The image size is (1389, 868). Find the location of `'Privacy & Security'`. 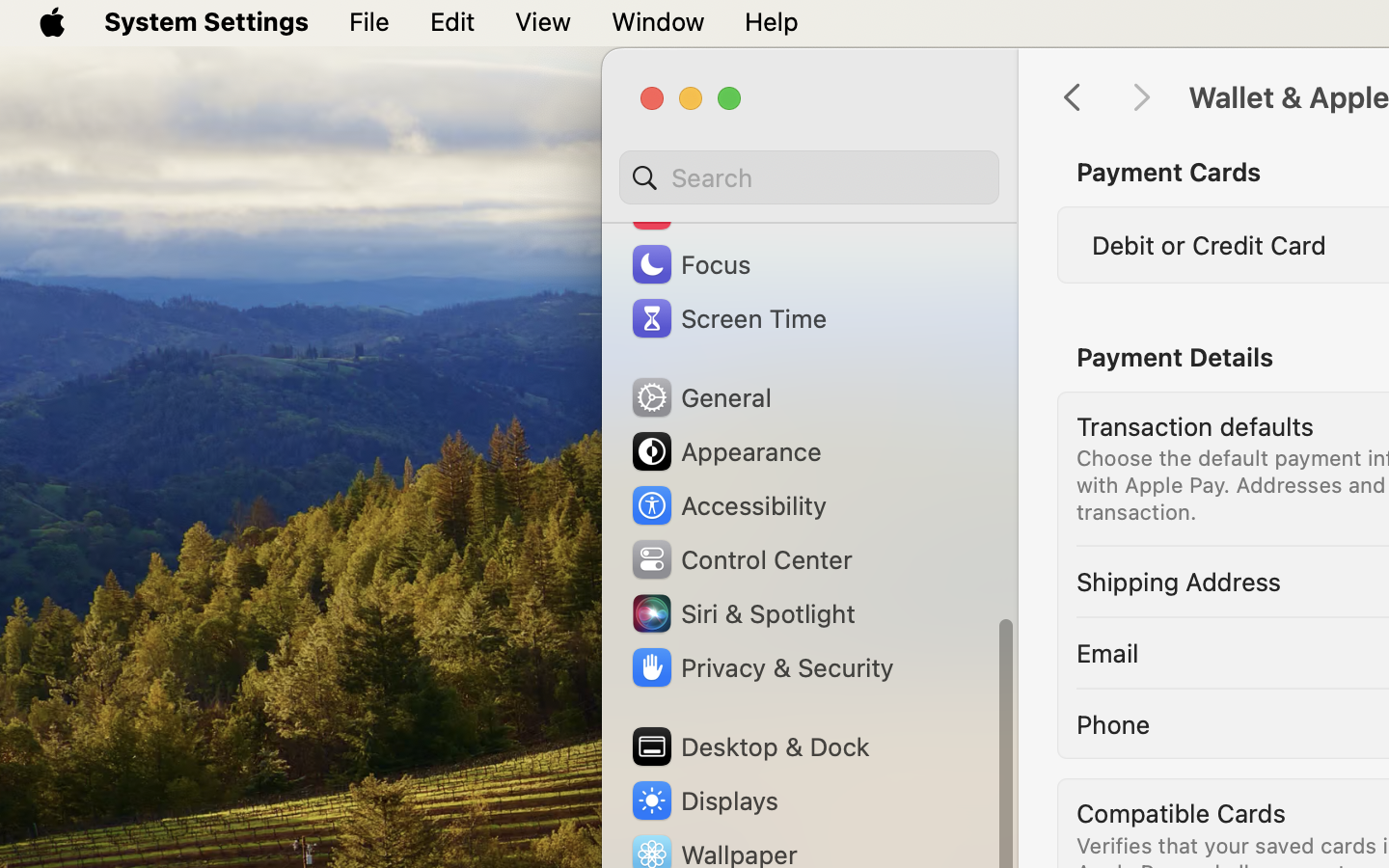

'Privacy & Security' is located at coordinates (760, 666).